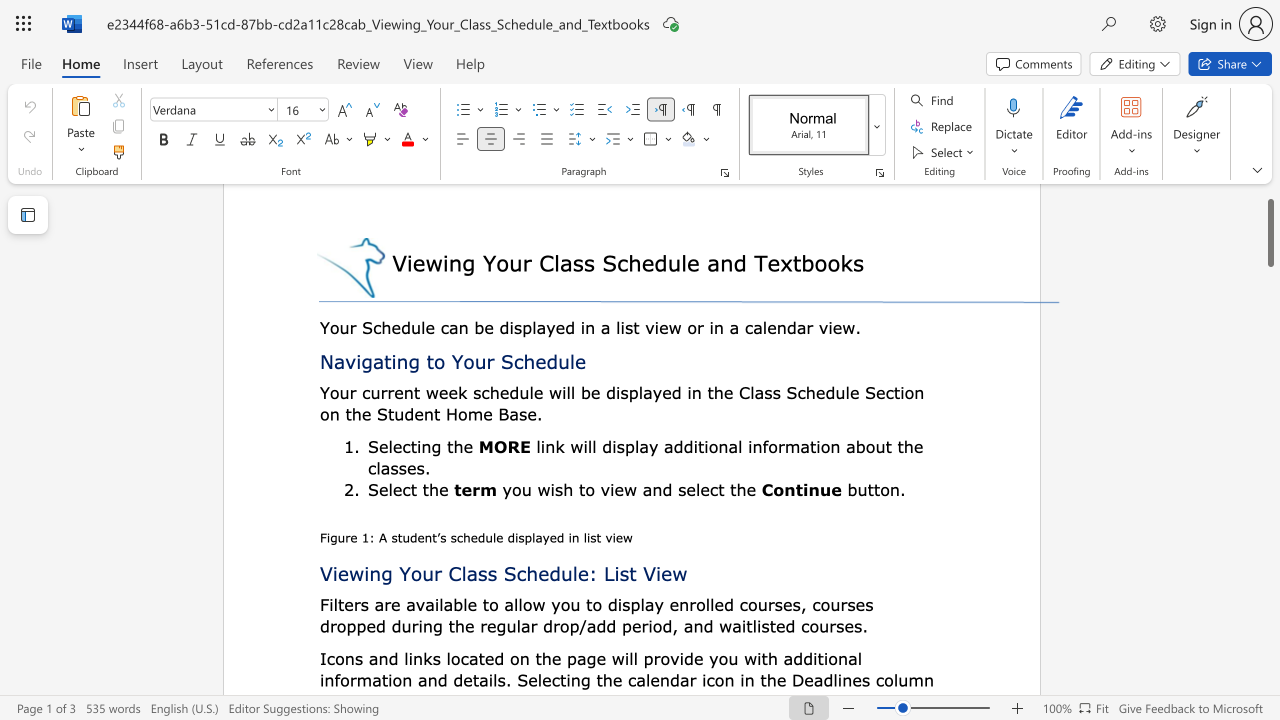 Image resolution: width=1280 pixels, height=720 pixels. Describe the element at coordinates (1269, 232) in the screenshot. I see `the scrollbar and move down 1040 pixels` at that location.